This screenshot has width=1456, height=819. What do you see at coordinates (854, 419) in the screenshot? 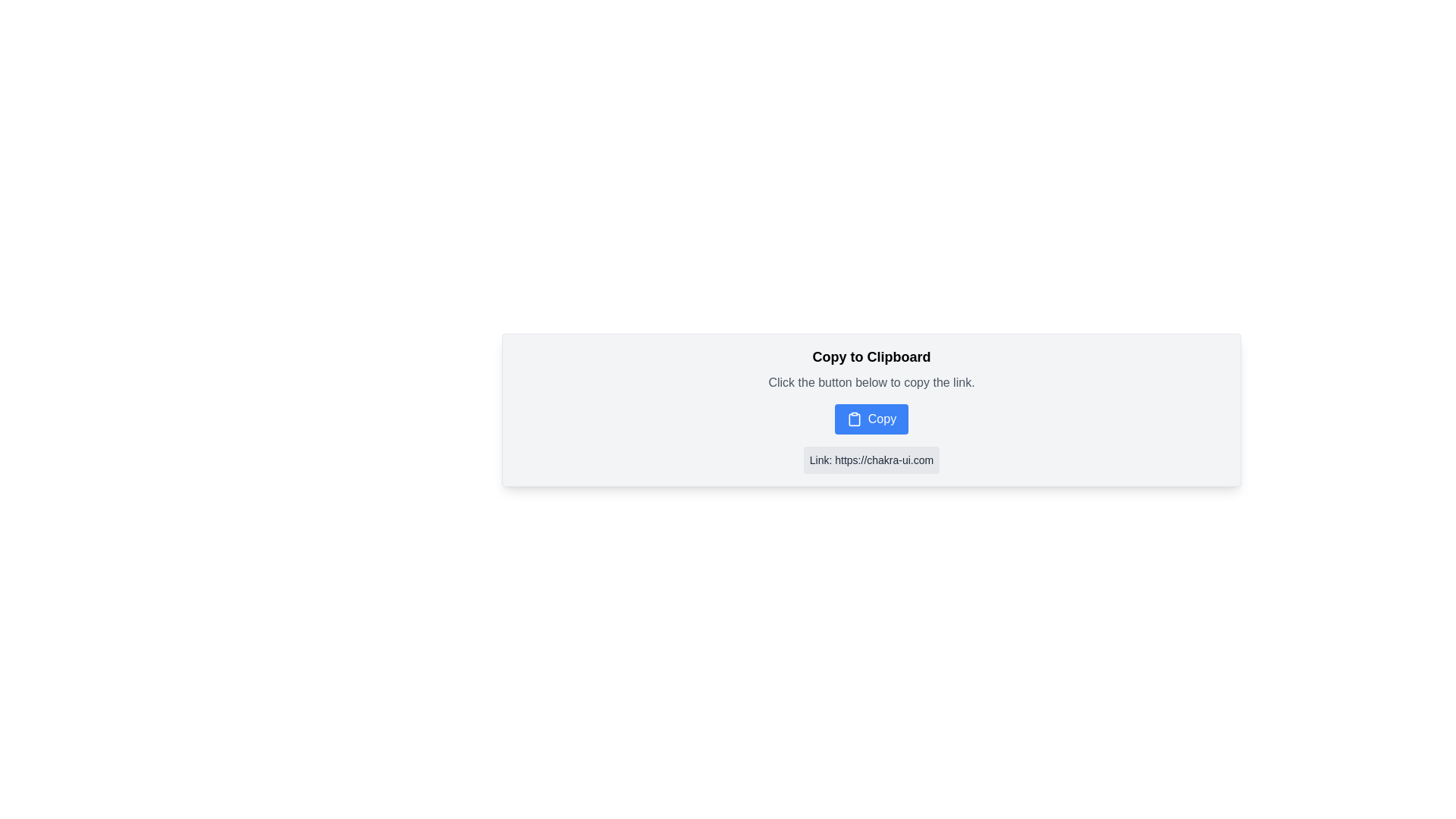
I see `the SVG graphic icon resembling a clipboard, which is centrally positioned within the button labeled 'Copy'` at bounding box center [854, 419].